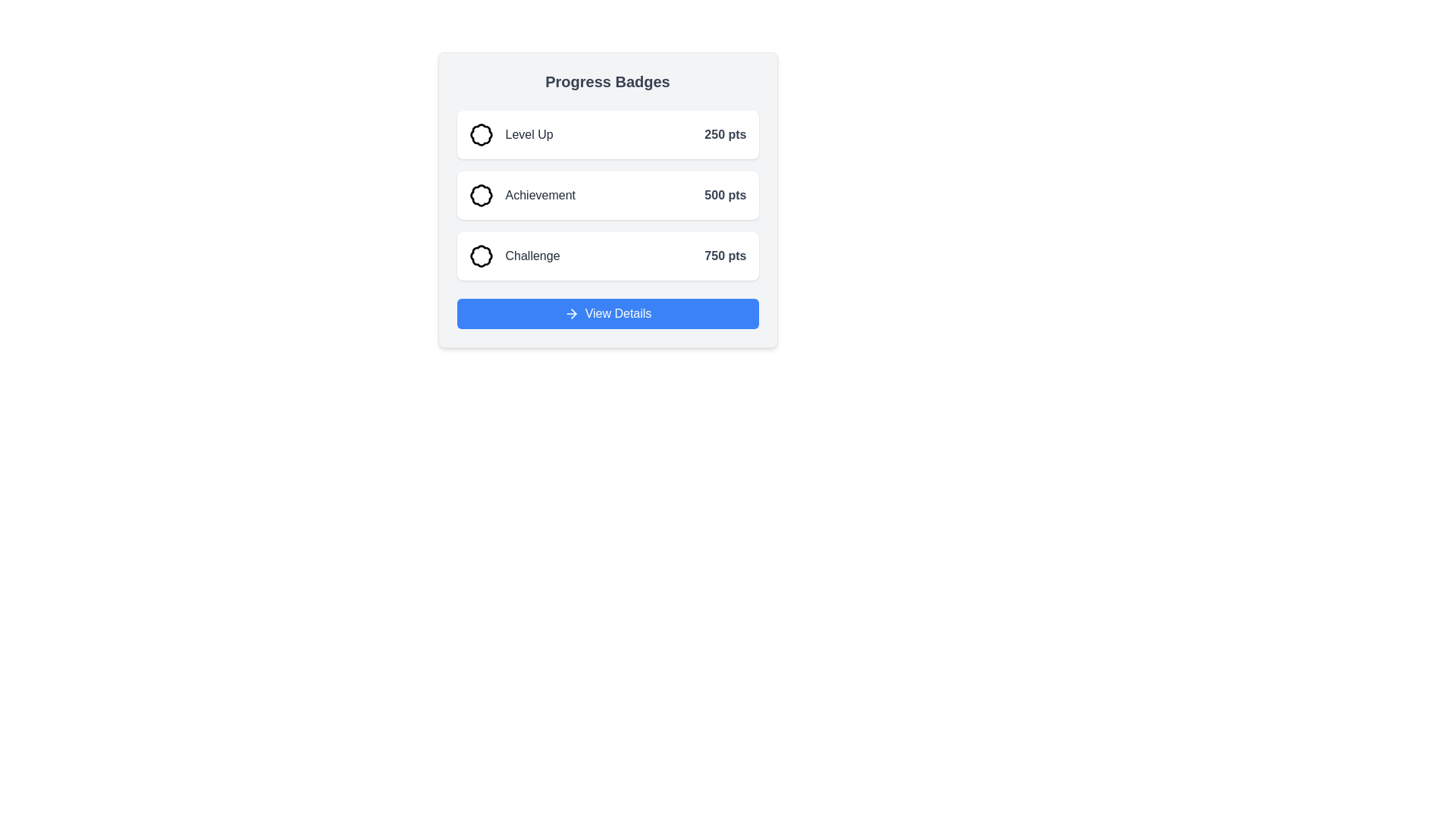  What do you see at coordinates (570, 312) in the screenshot?
I see `the arrow icon located to the left of the 'View Details' text inside the blue rounded-rectangular button to interpret its meaning` at bounding box center [570, 312].